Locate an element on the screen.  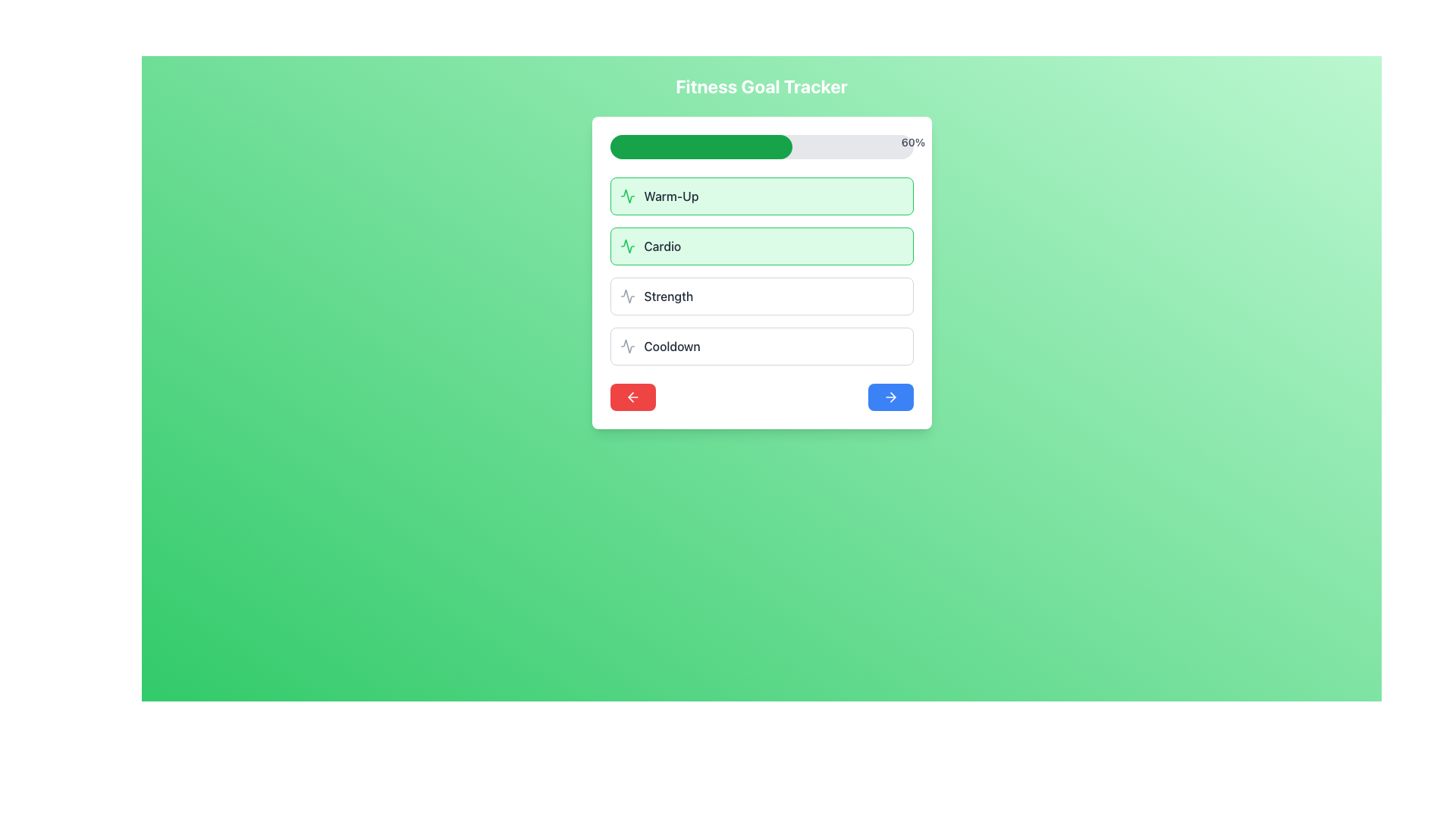
the 'Cardio' list item, which is styled as a button and highlighted with a light green background, located in a vertical list within a card layout is located at coordinates (761, 271).